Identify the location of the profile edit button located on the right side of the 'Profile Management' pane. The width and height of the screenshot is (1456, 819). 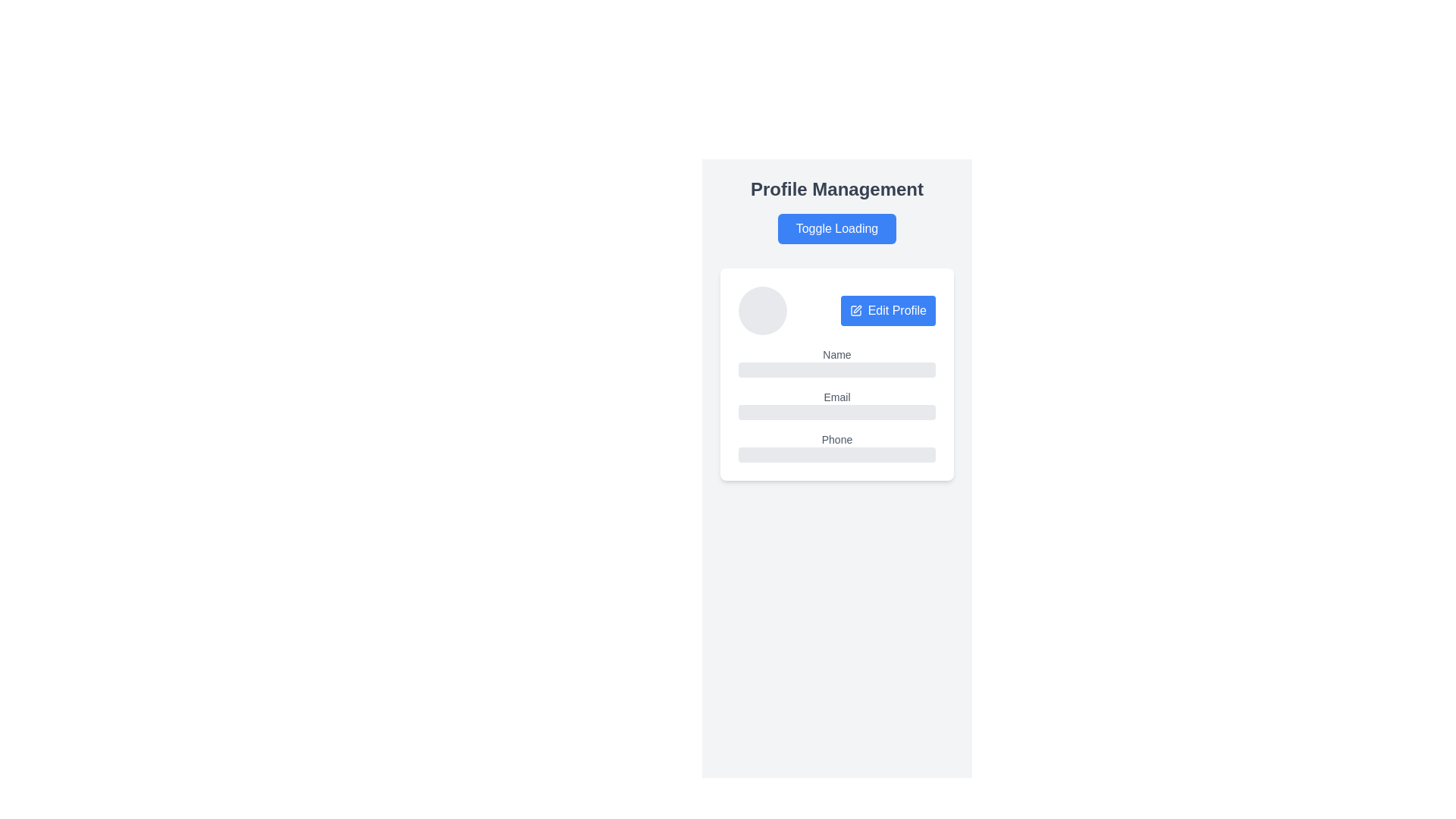
(888, 309).